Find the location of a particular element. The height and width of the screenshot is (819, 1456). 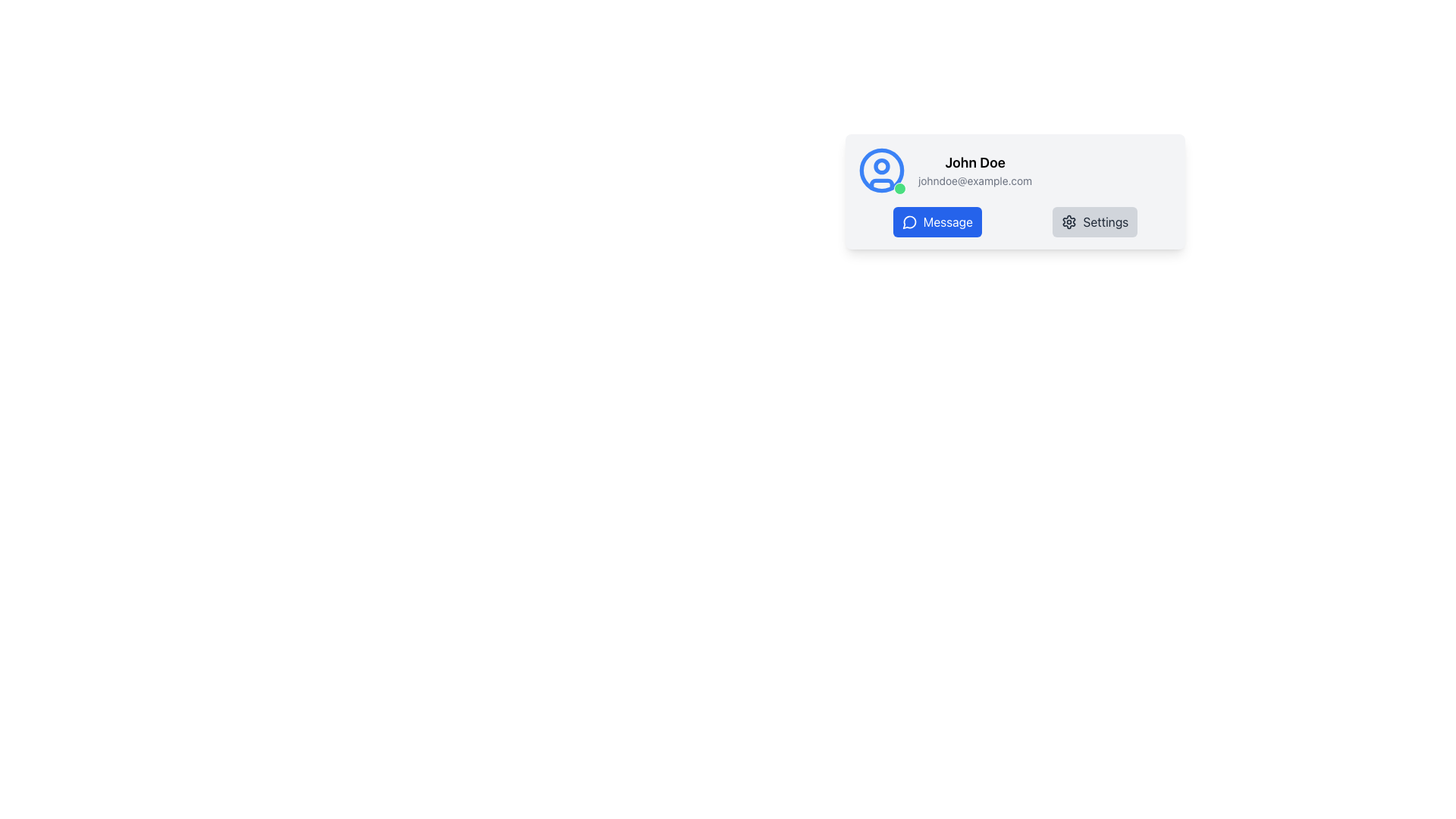

the settings SVG icon located within the button labeled 'Settings' at the lower-right corner of the profile card is located at coordinates (1068, 222).